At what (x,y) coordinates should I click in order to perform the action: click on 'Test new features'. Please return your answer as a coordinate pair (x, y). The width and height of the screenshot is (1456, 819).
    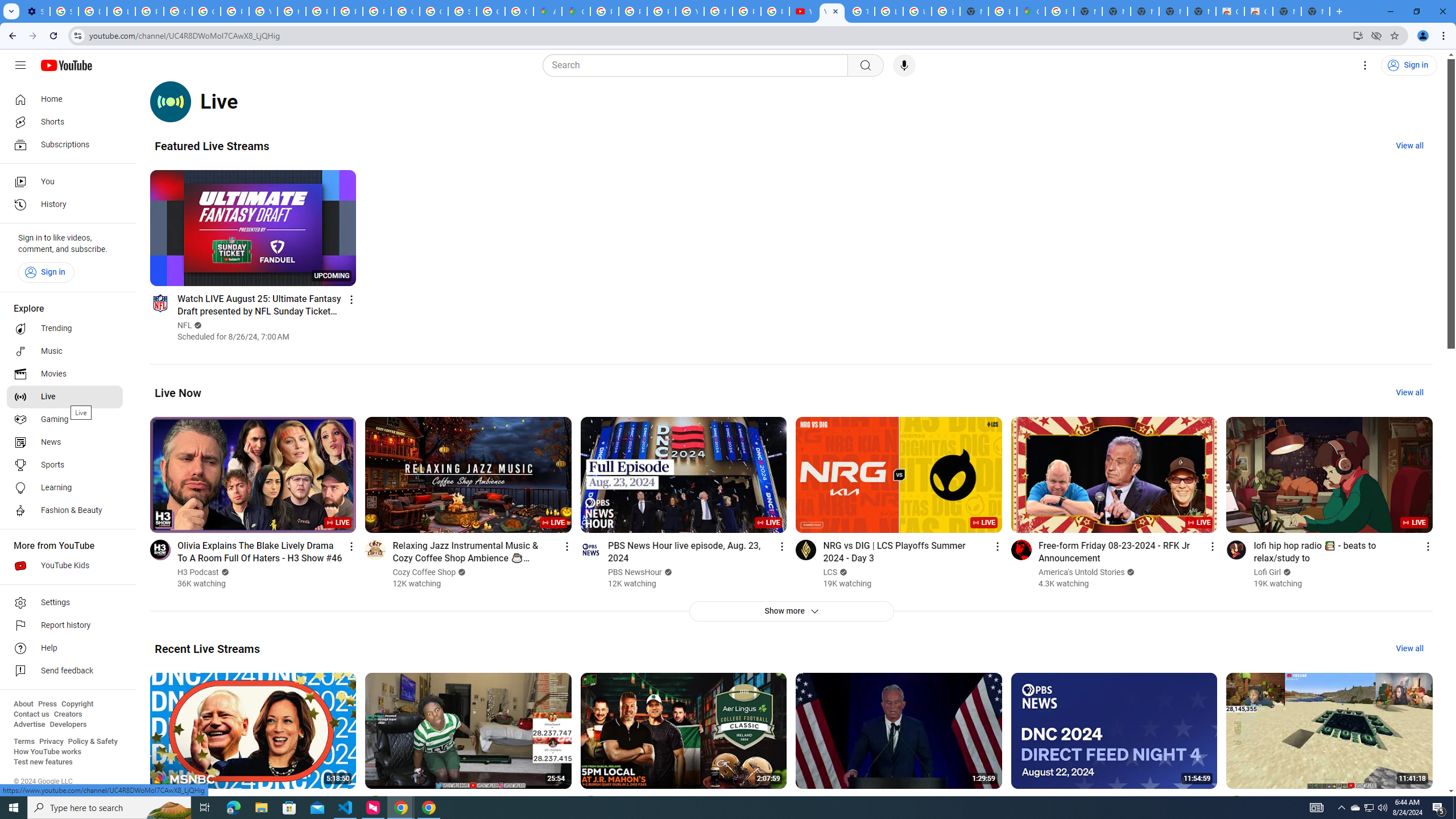
    Looking at the image, I should click on (42, 761).